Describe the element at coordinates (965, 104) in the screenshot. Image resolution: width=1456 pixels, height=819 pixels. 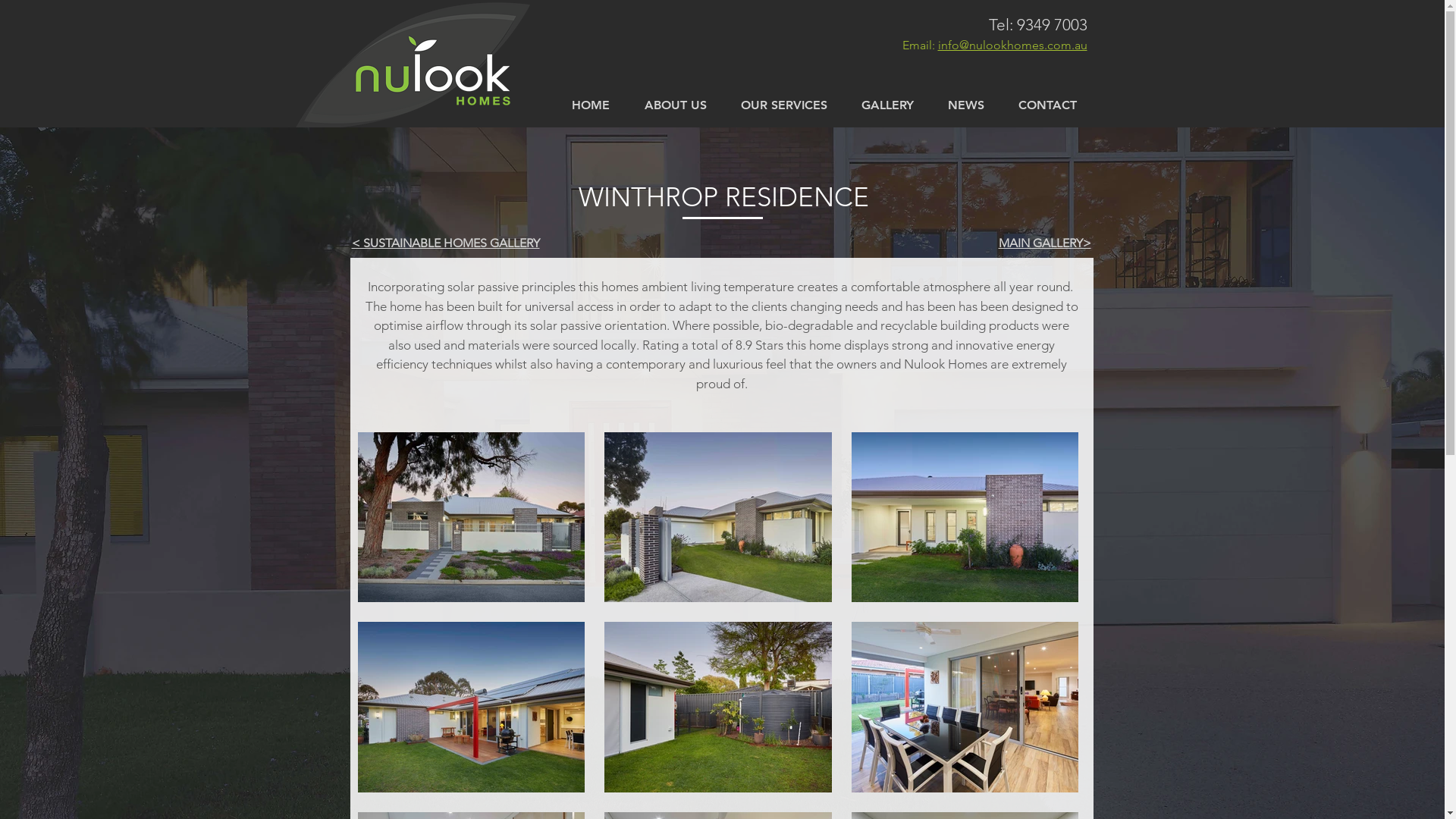
I see `'NEWS'` at that location.